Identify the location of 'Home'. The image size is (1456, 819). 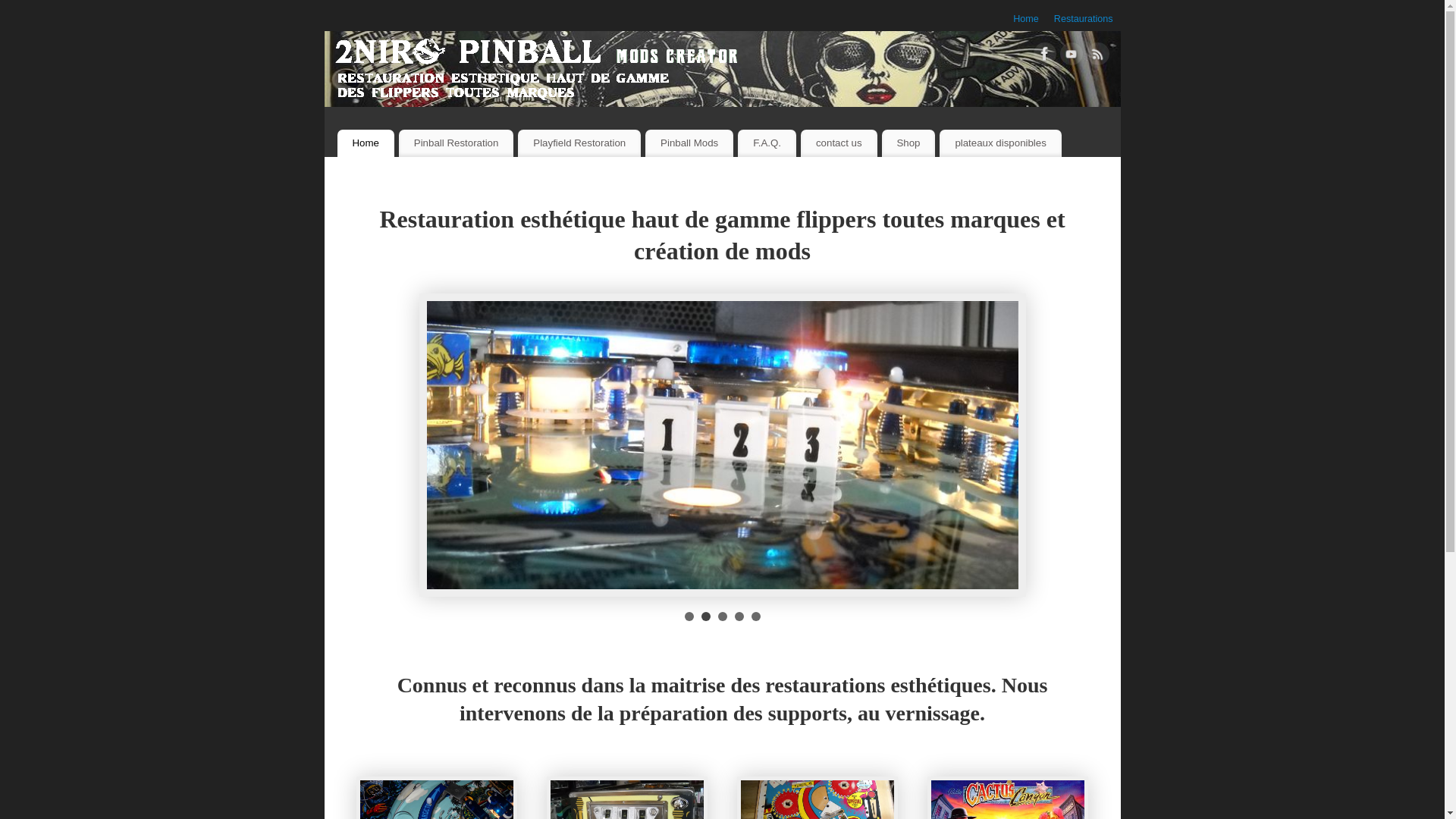
(365, 143).